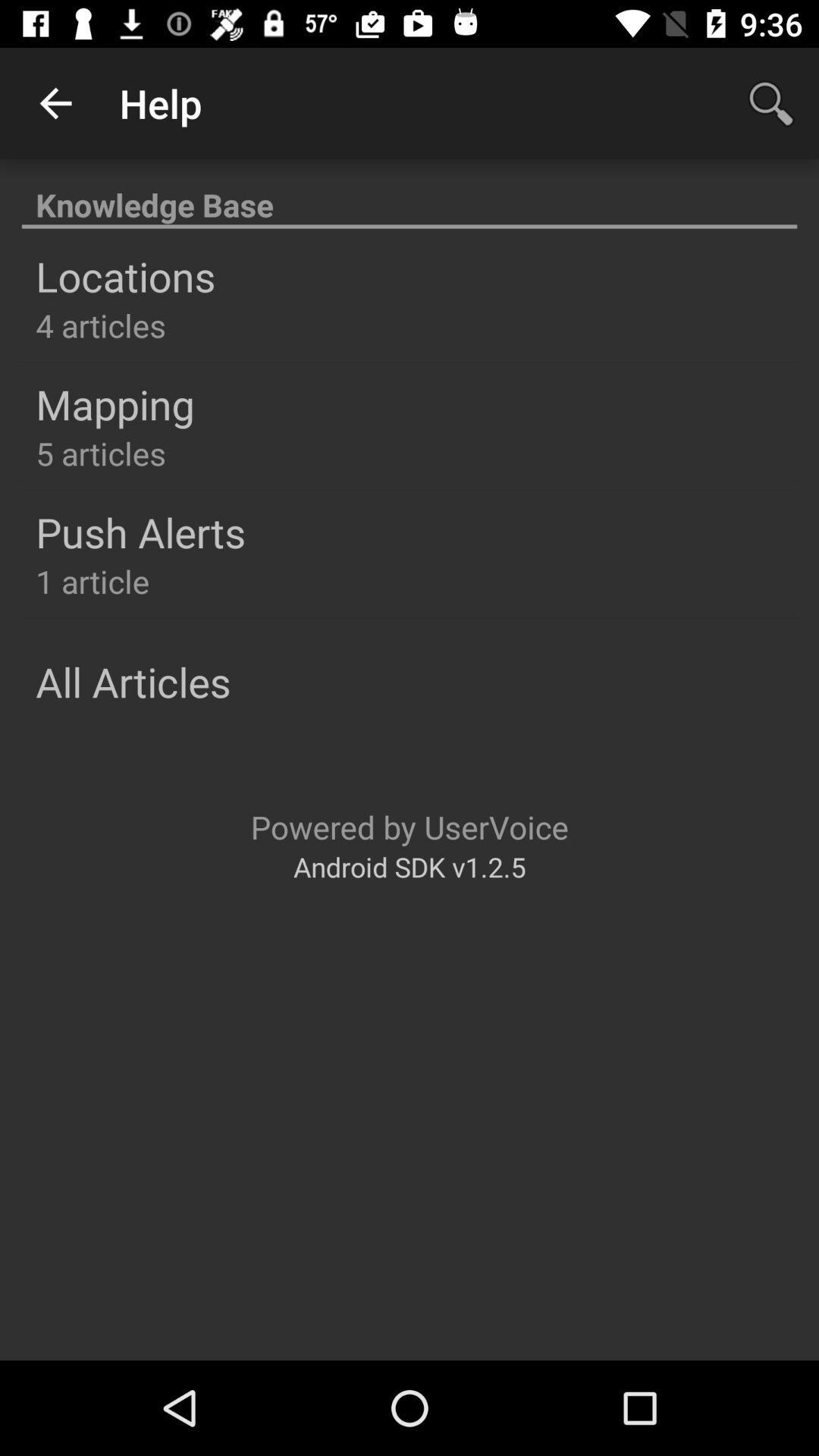  I want to click on item below push alerts item, so click(93, 580).